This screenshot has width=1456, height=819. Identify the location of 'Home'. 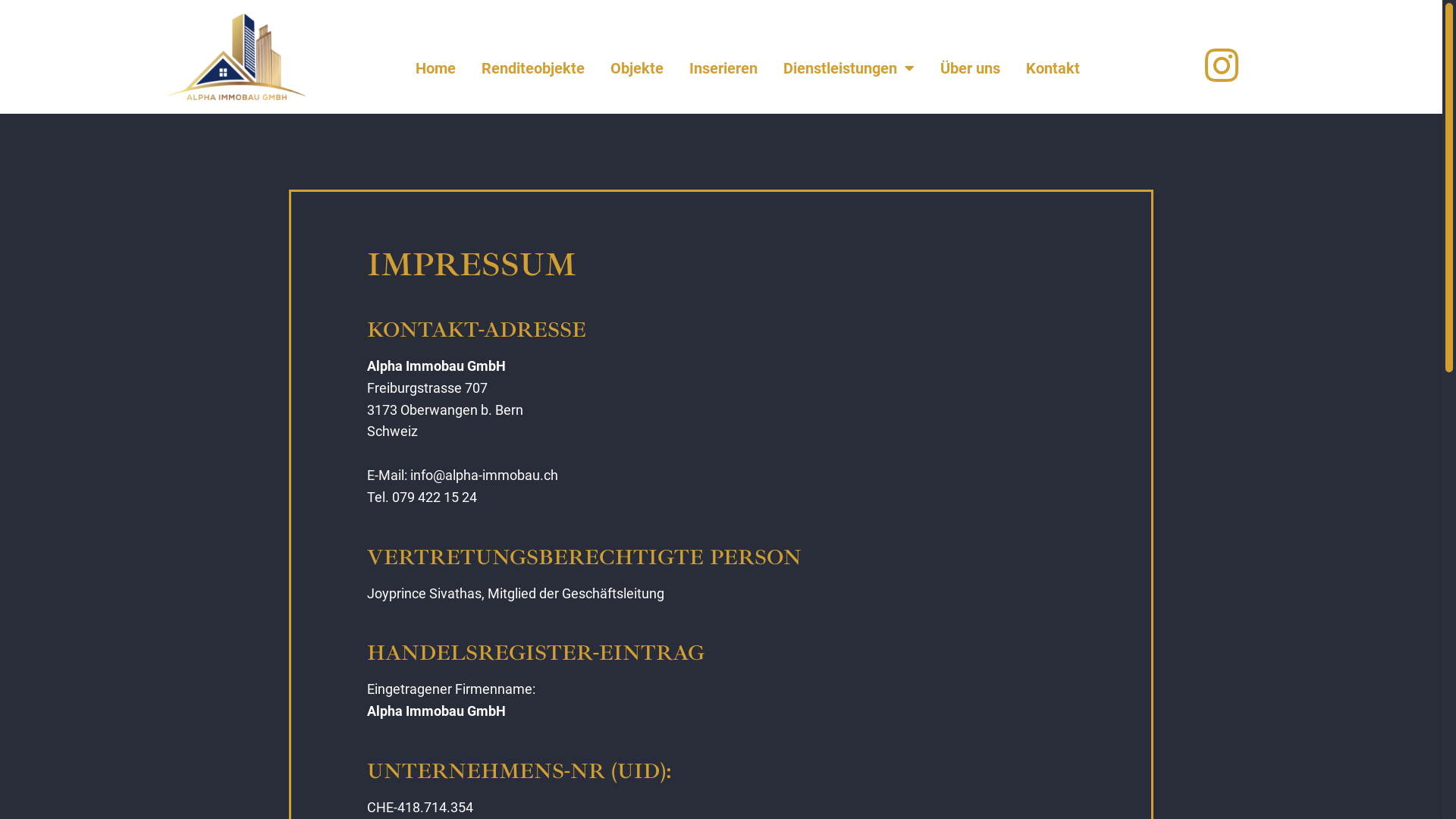
(435, 67).